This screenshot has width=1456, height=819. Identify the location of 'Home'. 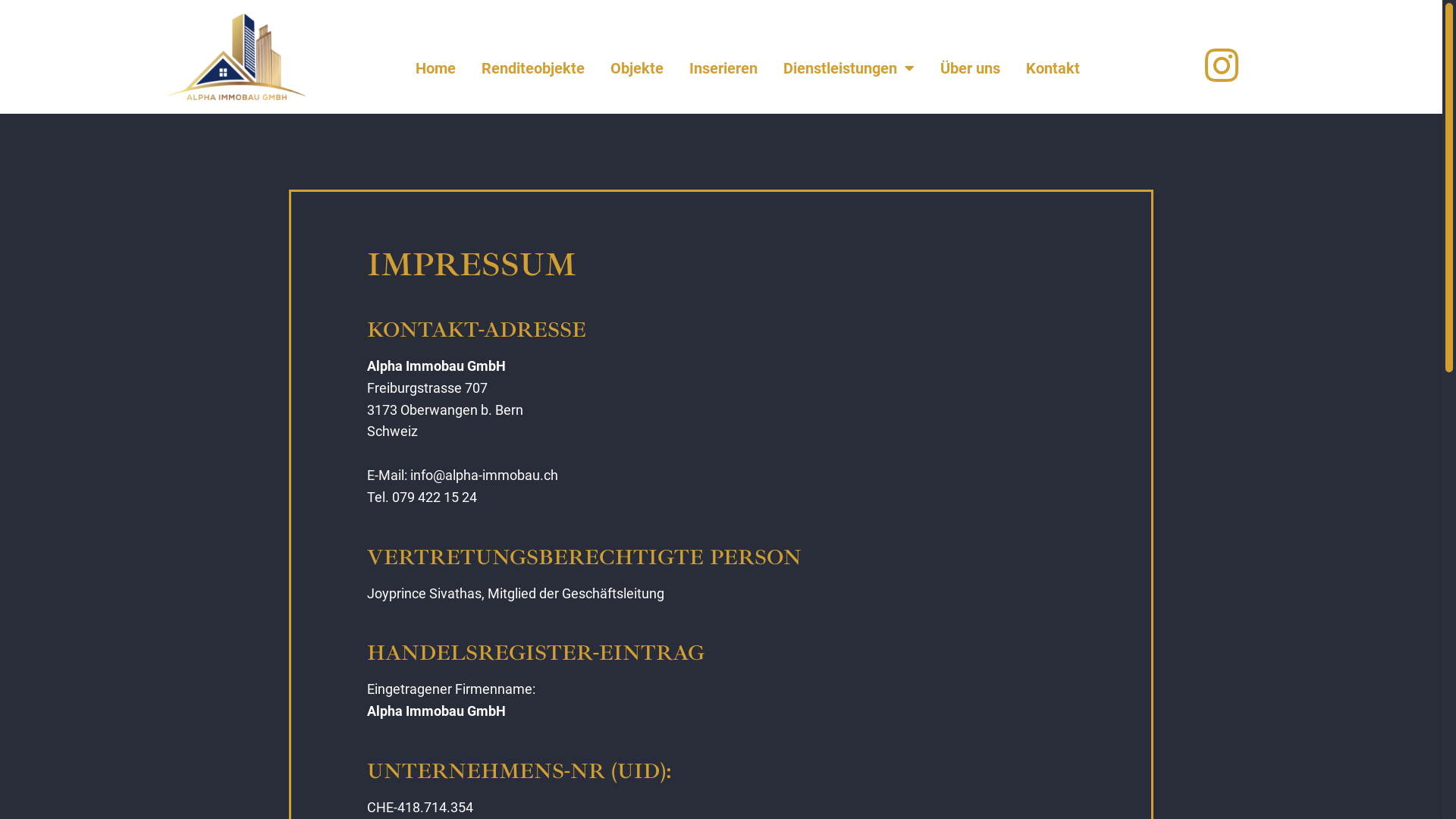
(435, 67).